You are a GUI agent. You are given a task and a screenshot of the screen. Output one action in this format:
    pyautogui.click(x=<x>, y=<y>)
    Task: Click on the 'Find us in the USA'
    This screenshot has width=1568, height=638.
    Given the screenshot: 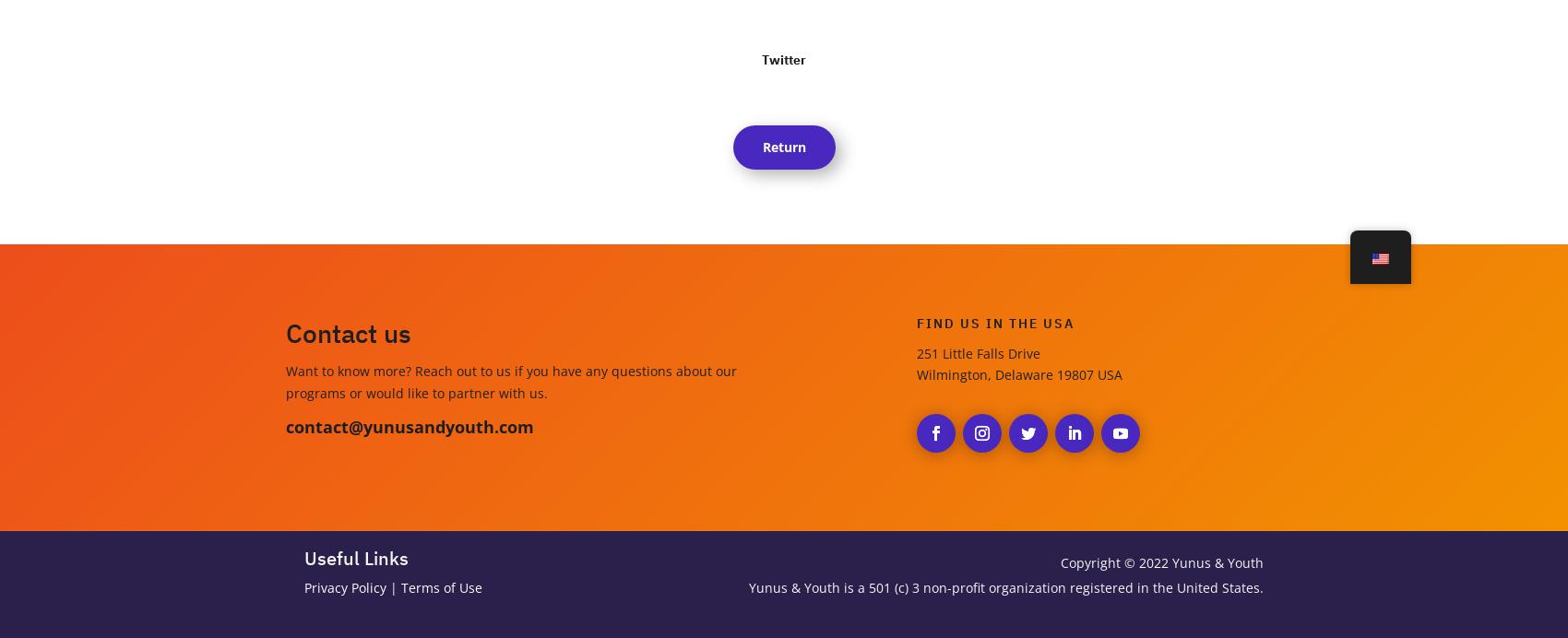 What is the action you would take?
    pyautogui.click(x=914, y=323)
    